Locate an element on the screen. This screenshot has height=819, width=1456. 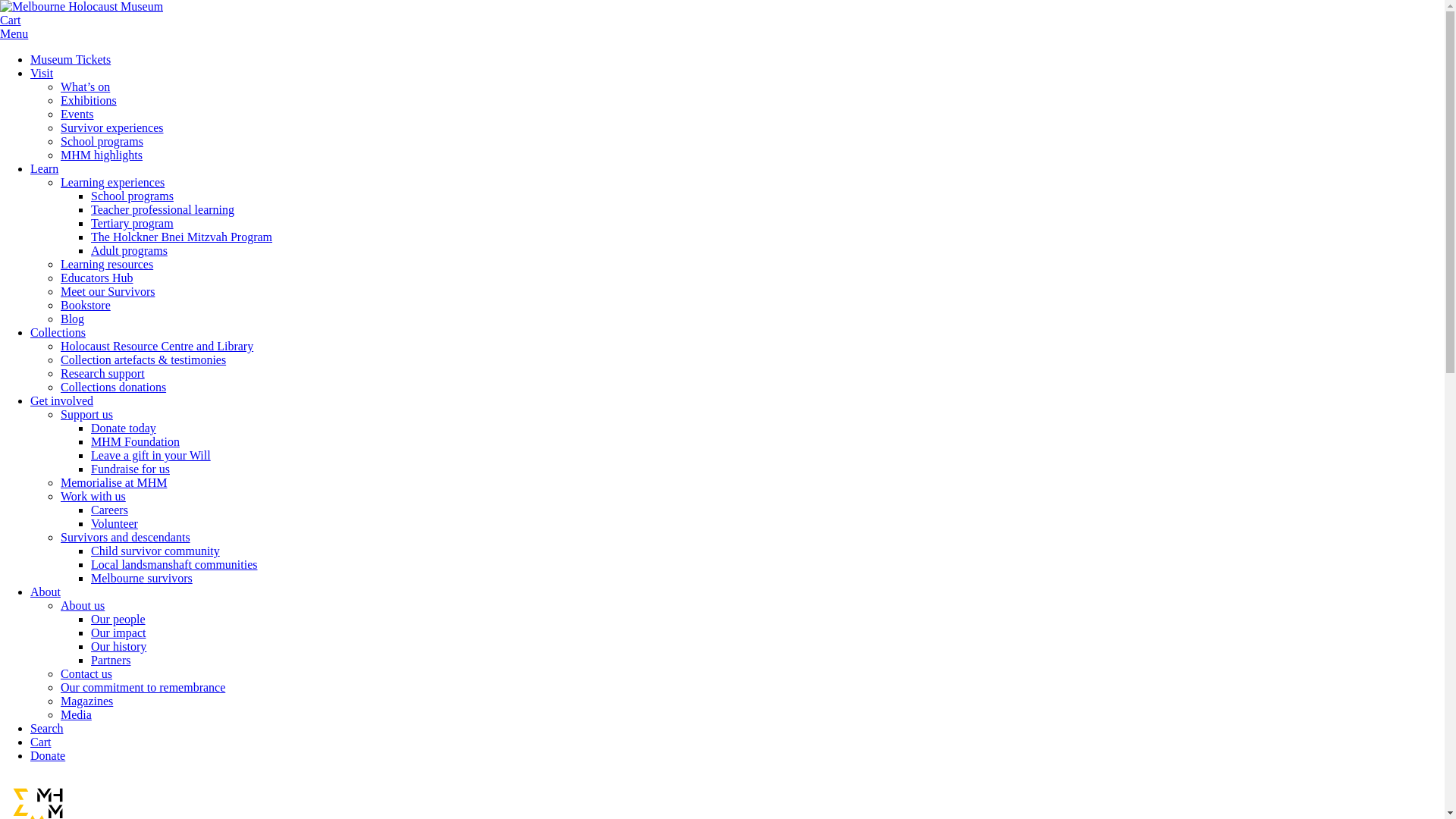
'Learn' is located at coordinates (44, 168).